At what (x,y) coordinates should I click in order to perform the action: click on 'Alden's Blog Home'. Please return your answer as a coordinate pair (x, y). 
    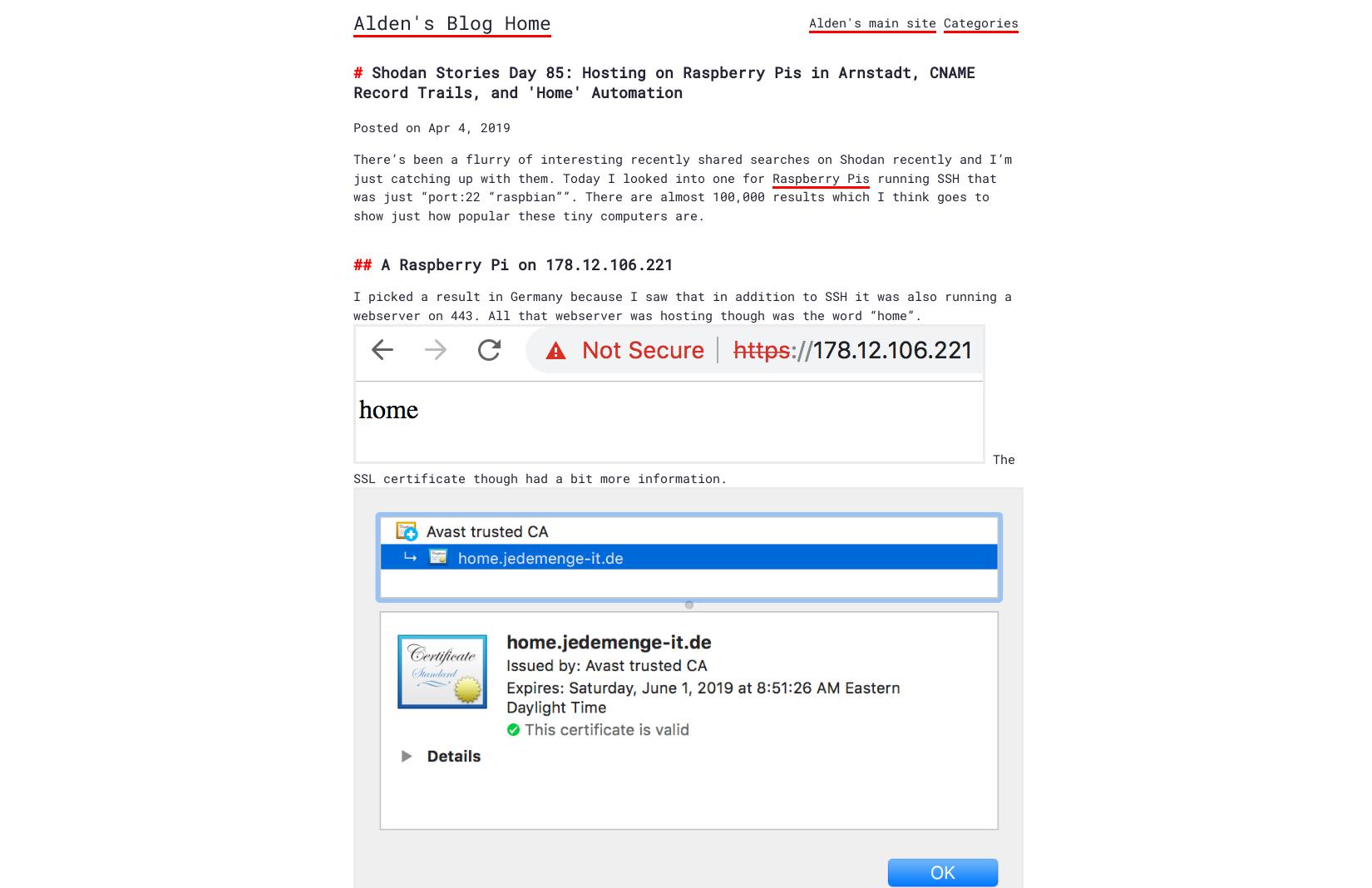
    Looking at the image, I should click on (452, 22).